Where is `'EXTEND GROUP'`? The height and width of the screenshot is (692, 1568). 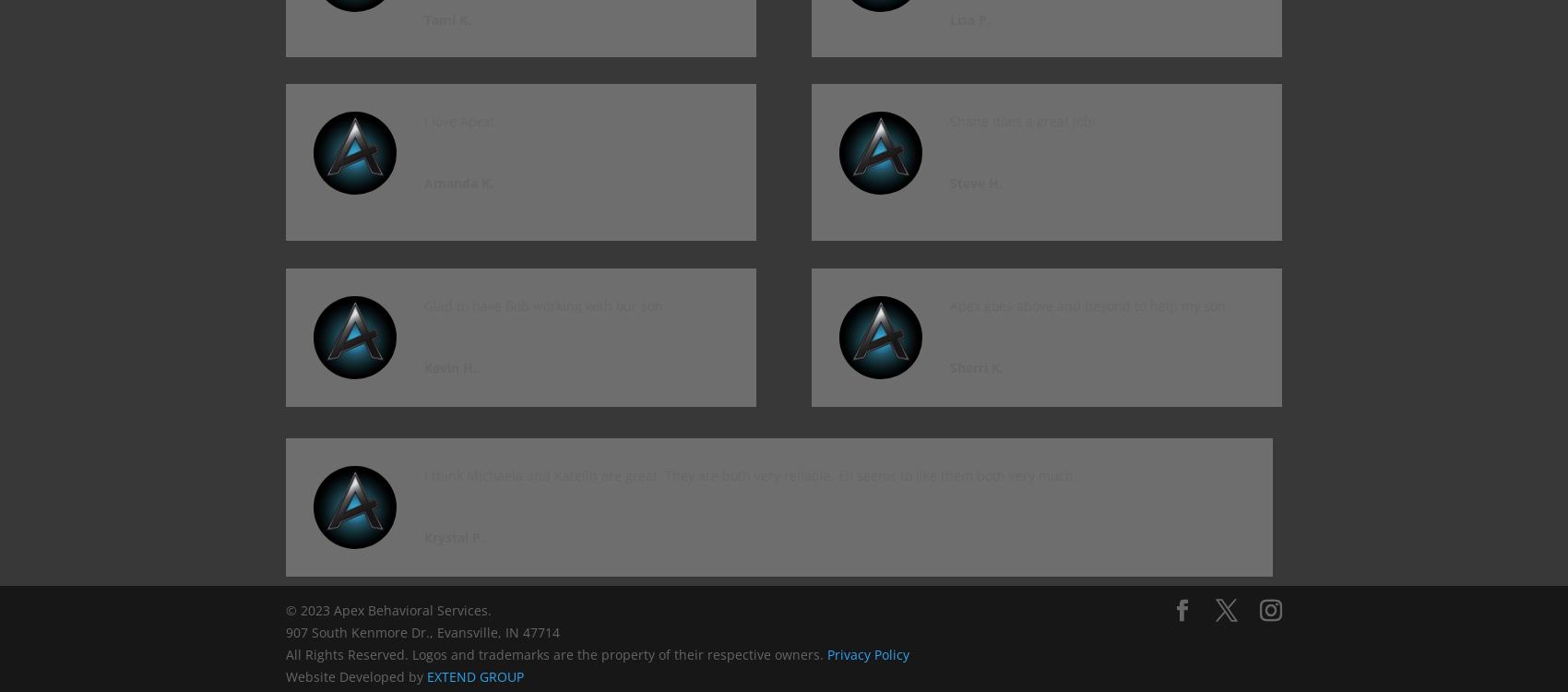
'EXTEND GROUP' is located at coordinates (475, 674).